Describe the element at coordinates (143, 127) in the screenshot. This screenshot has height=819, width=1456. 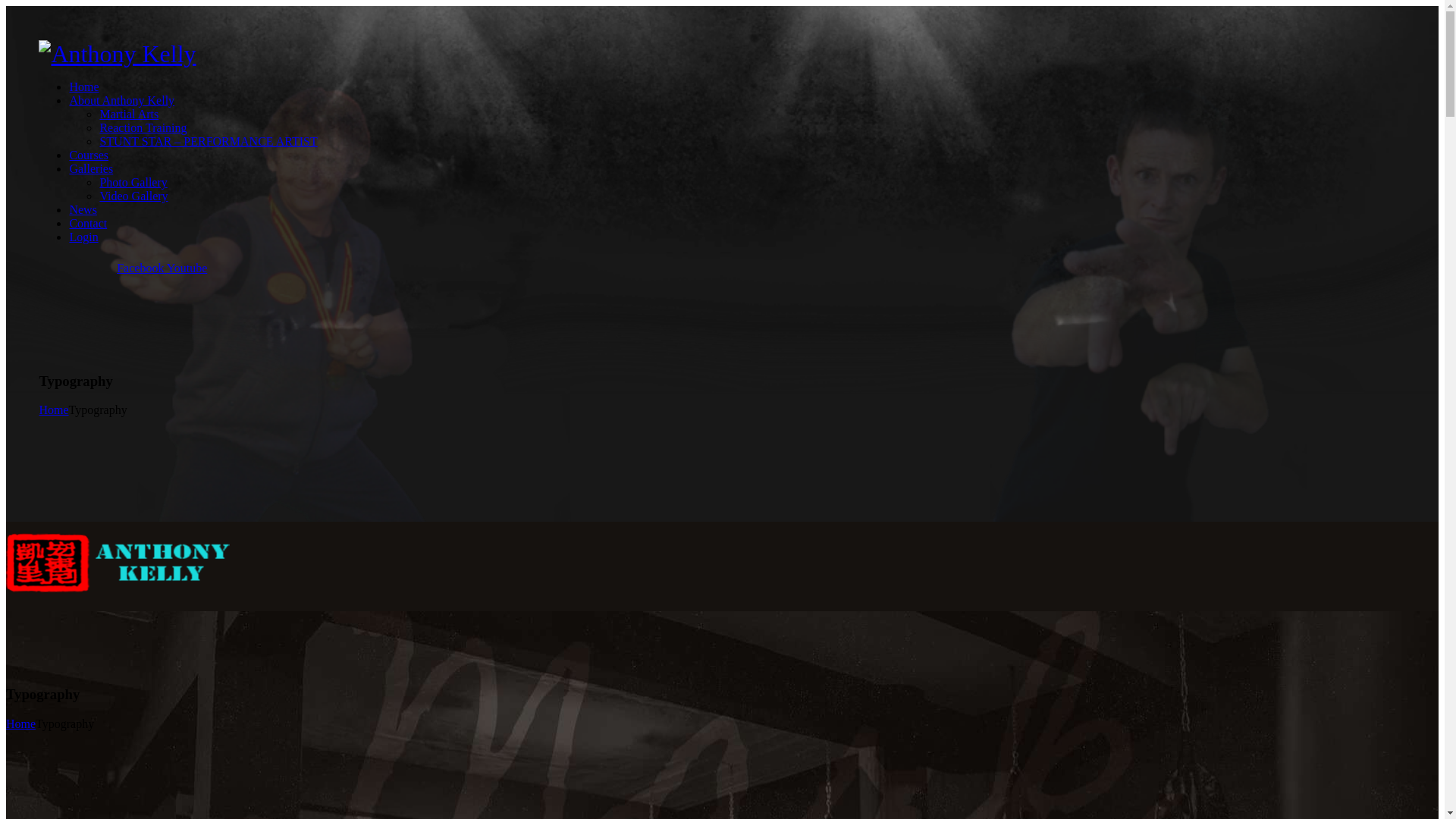
I see `'Reaction Training'` at that location.